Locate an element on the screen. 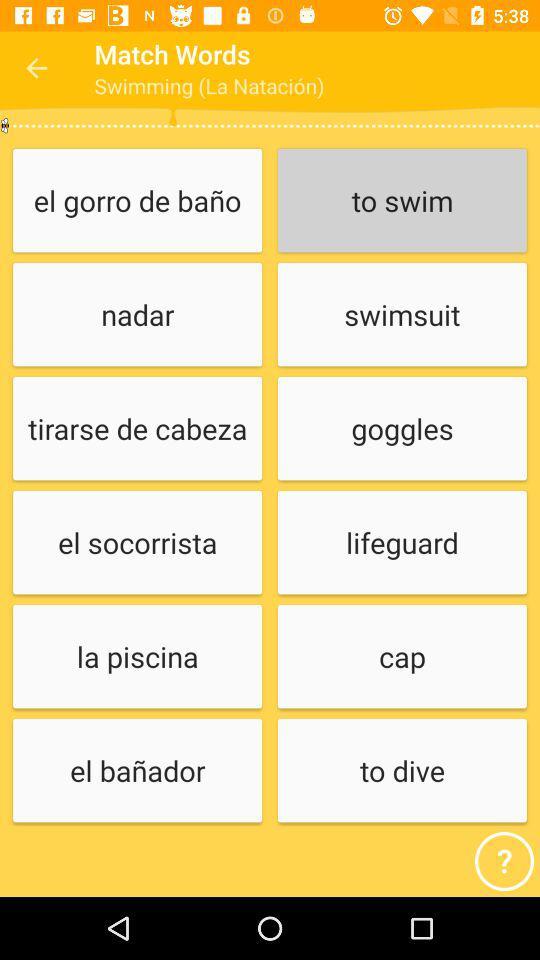 This screenshot has width=540, height=960. icon above tirarse de cabeza is located at coordinates (136, 315).